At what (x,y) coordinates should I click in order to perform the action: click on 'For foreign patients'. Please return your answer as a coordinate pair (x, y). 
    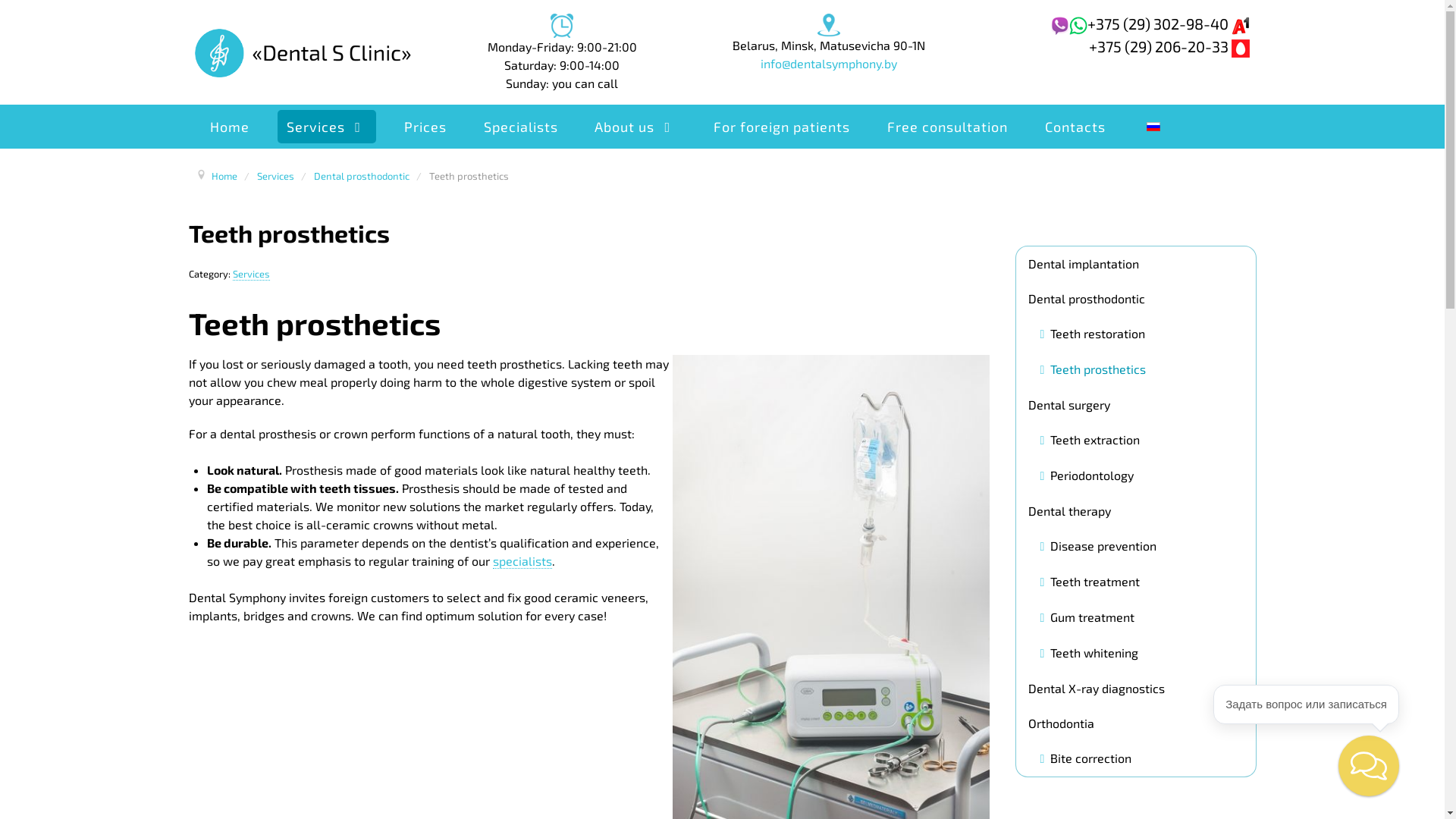
    Looking at the image, I should click on (782, 125).